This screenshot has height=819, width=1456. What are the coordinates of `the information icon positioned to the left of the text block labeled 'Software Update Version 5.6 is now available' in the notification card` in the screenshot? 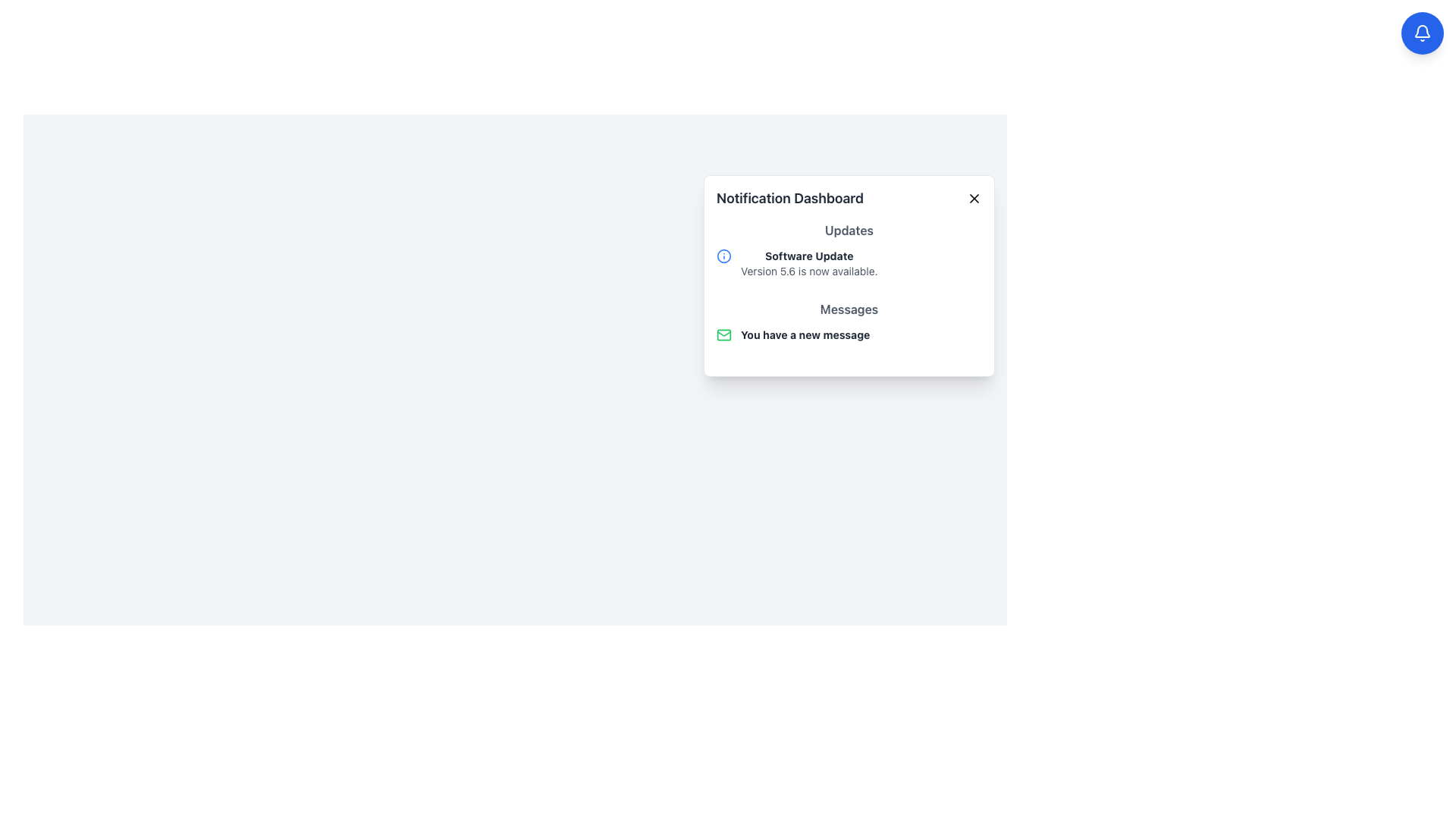 It's located at (723, 256).